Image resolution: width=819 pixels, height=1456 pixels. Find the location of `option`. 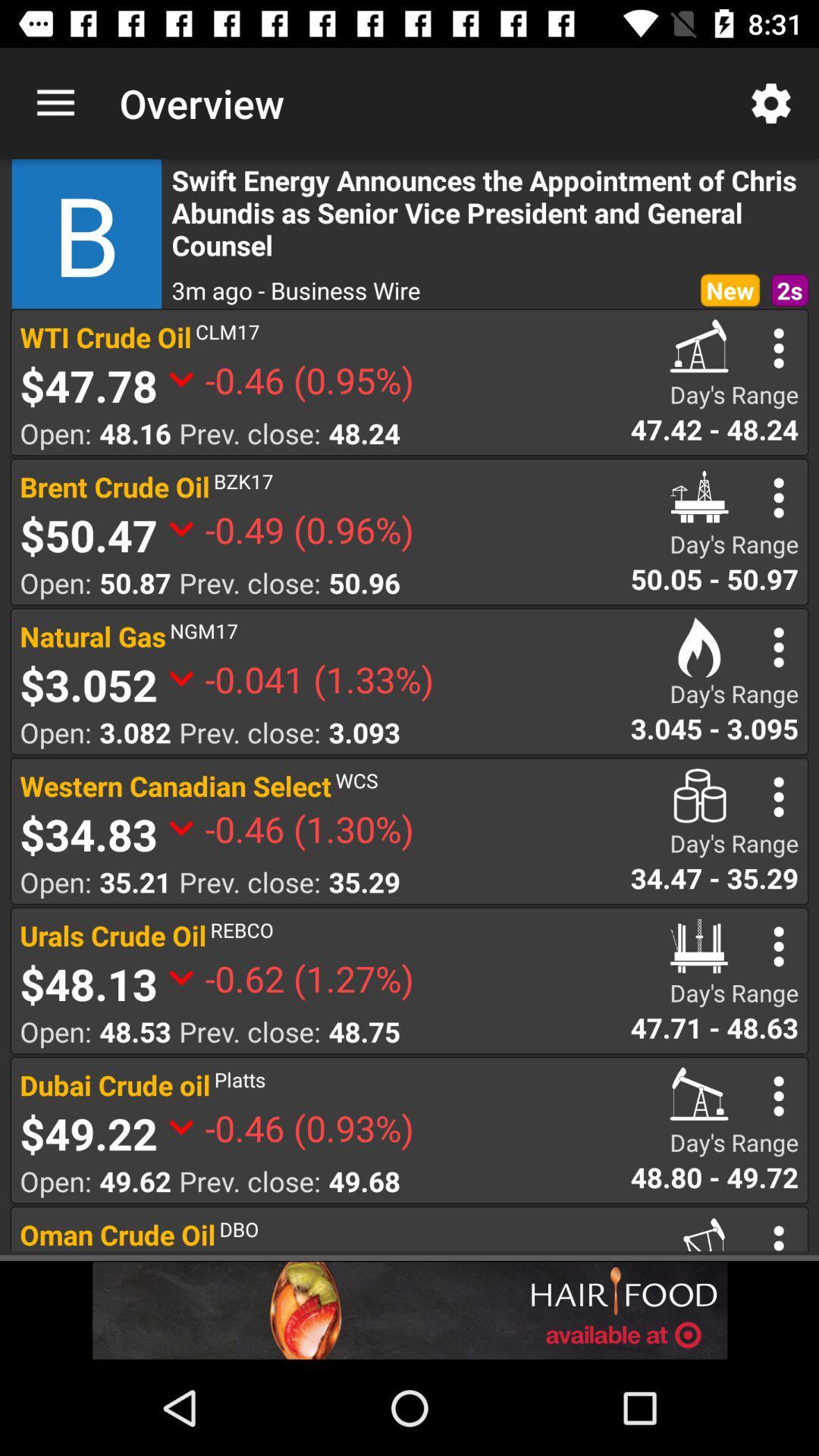

option is located at coordinates (779, 796).